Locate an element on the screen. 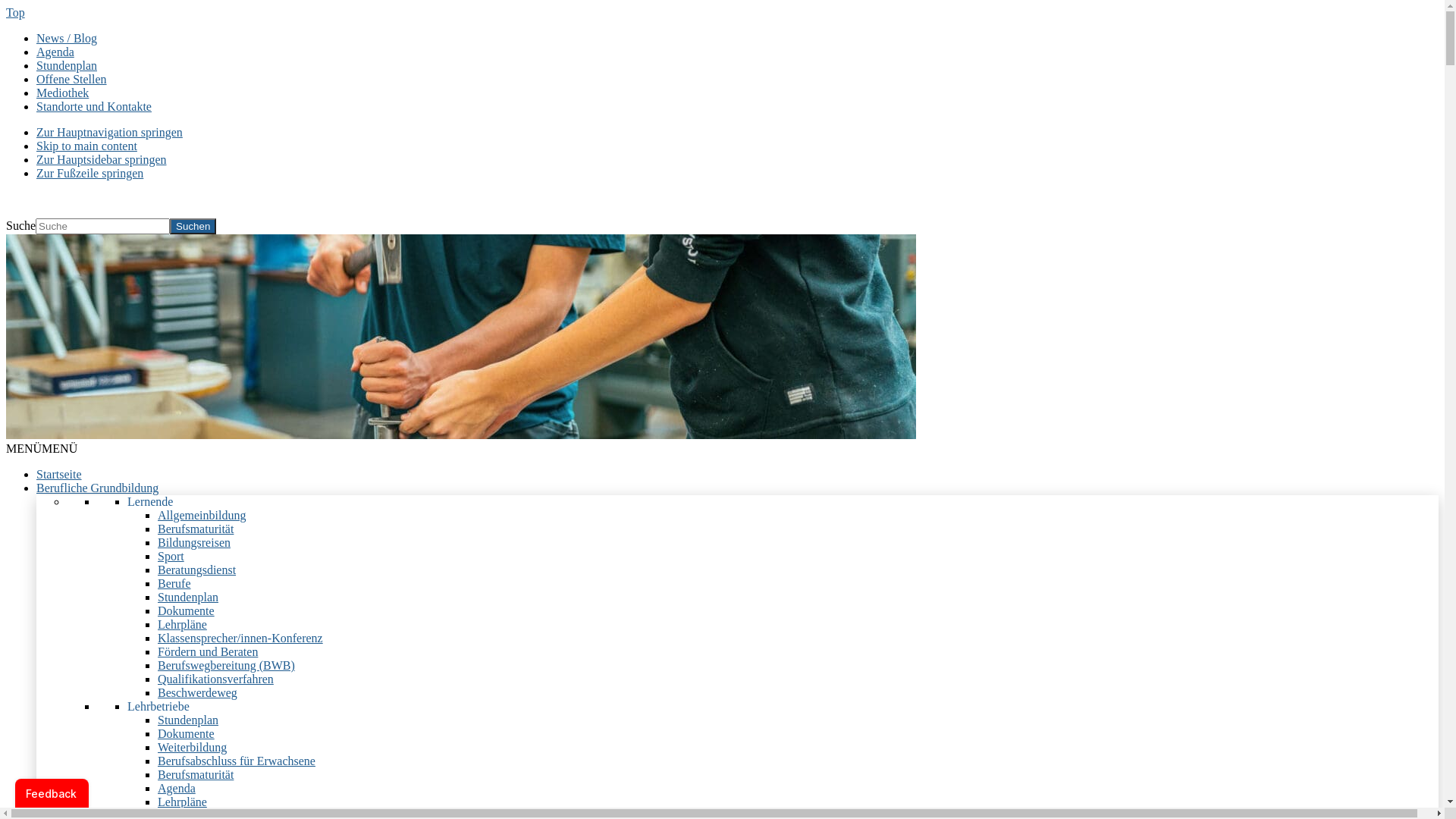 Image resolution: width=1456 pixels, height=819 pixels. 'Skip to main content' is located at coordinates (86, 146).